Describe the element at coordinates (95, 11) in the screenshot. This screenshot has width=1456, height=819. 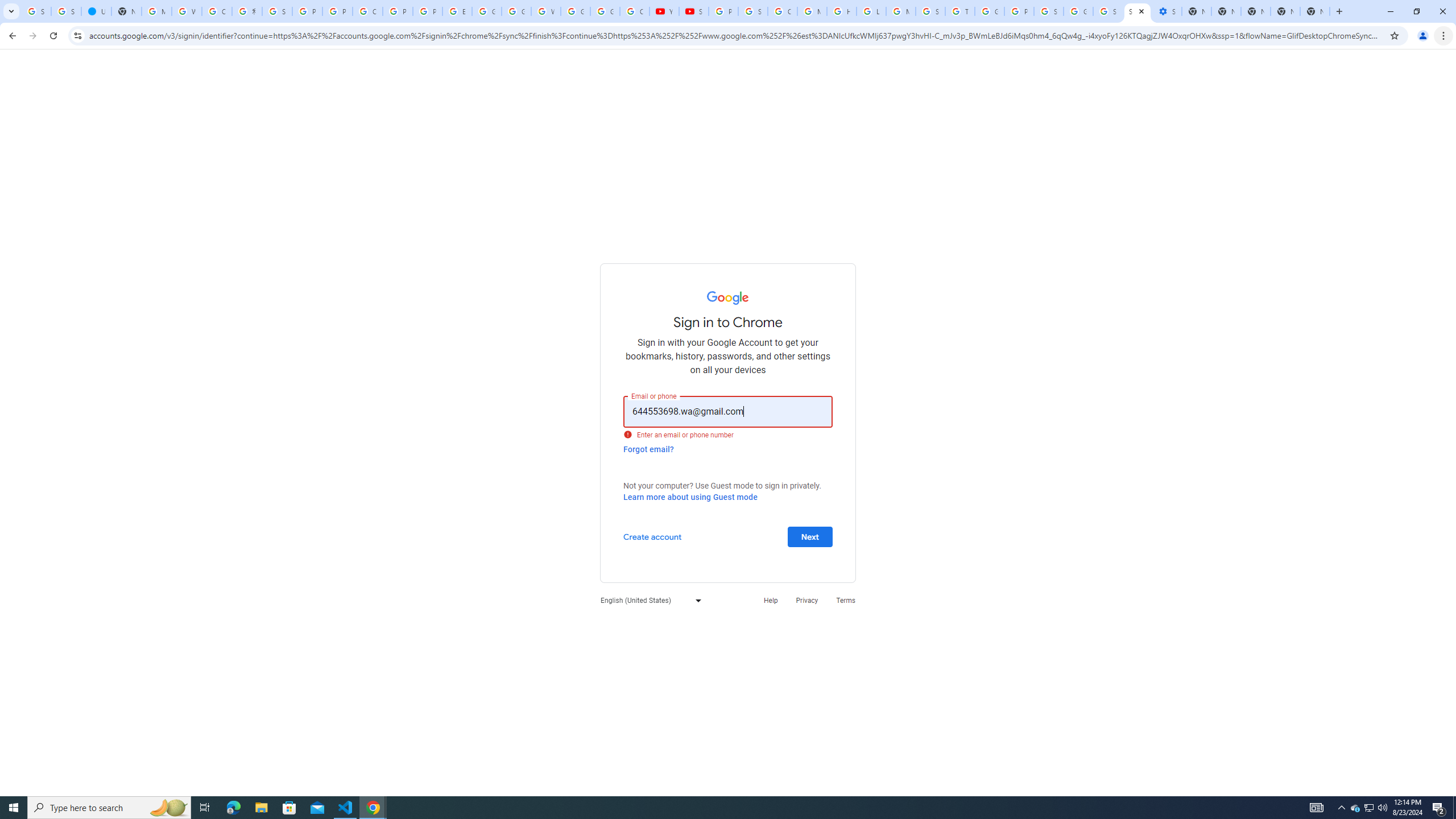
I see `'USA TODAY'` at that location.